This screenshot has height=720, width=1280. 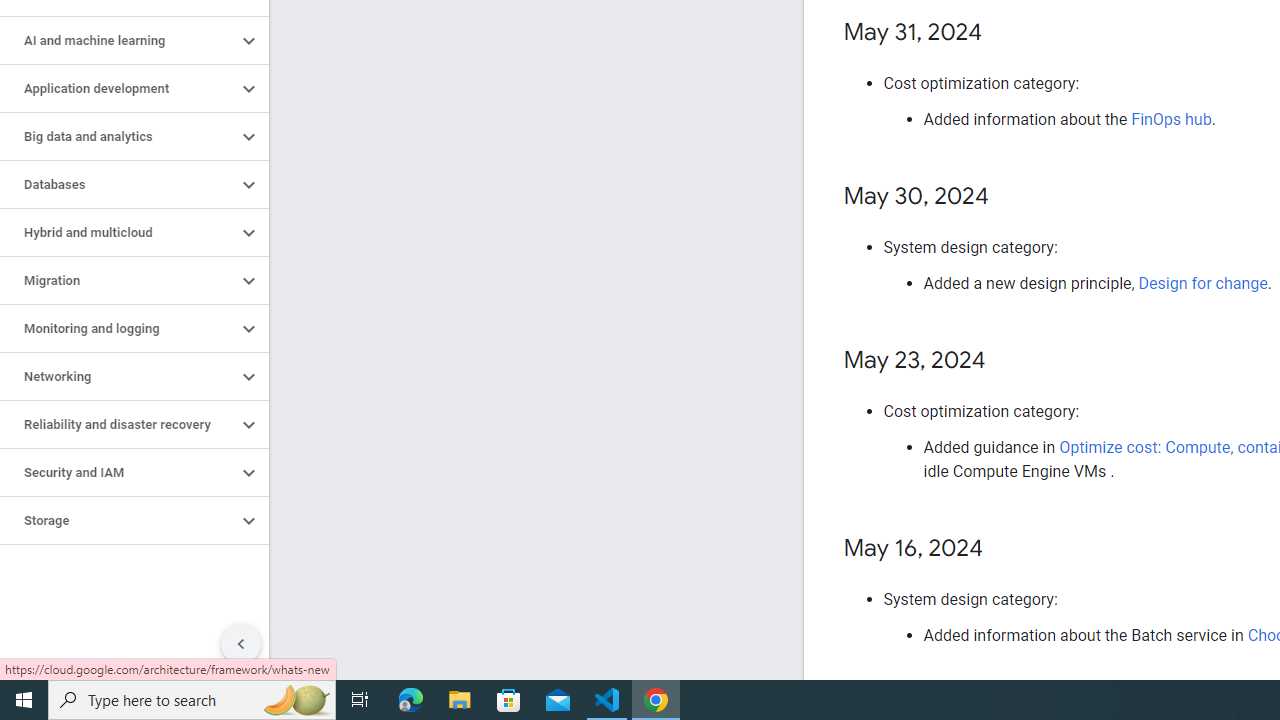 What do you see at coordinates (1006, 361) in the screenshot?
I see `'Copy link to this section: May 23, 2024'` at bounding box center [1006, 361].